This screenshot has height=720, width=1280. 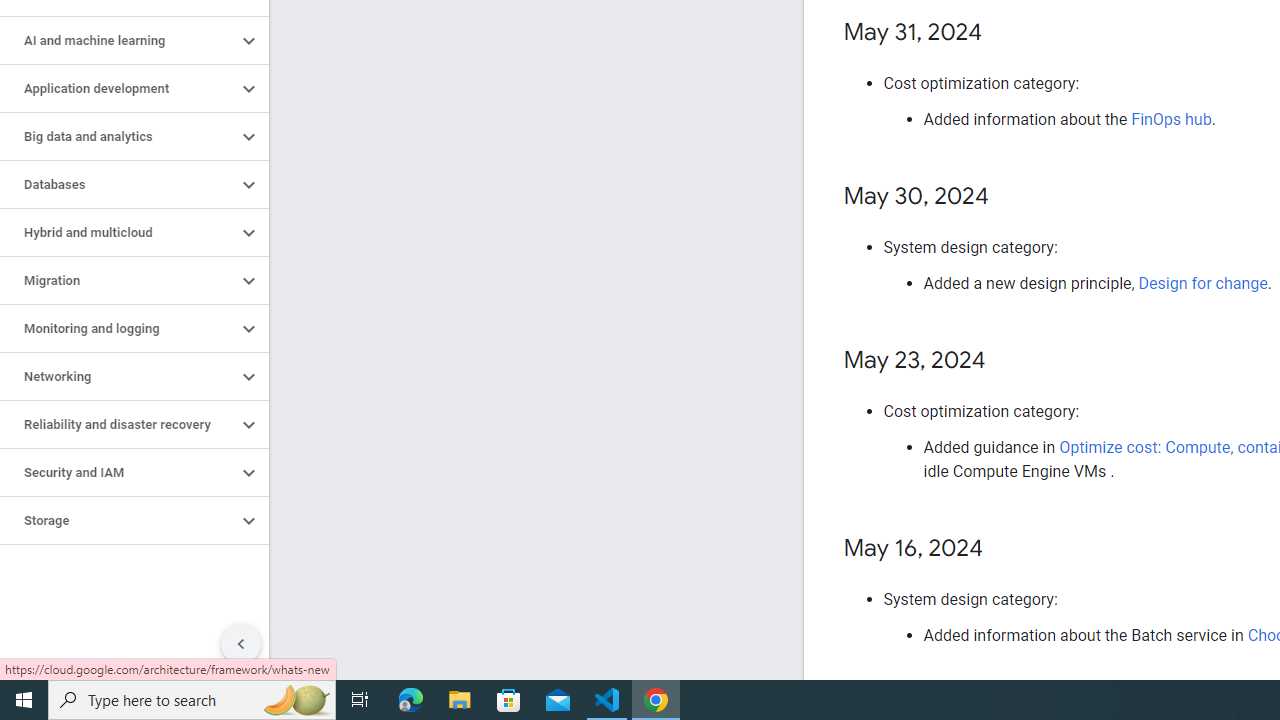 What do you see at coordinates (1006, 361) in the screenshot?
I see `'Copy link to this section: May 23, 2024'` at bounding box center [1006, 361].